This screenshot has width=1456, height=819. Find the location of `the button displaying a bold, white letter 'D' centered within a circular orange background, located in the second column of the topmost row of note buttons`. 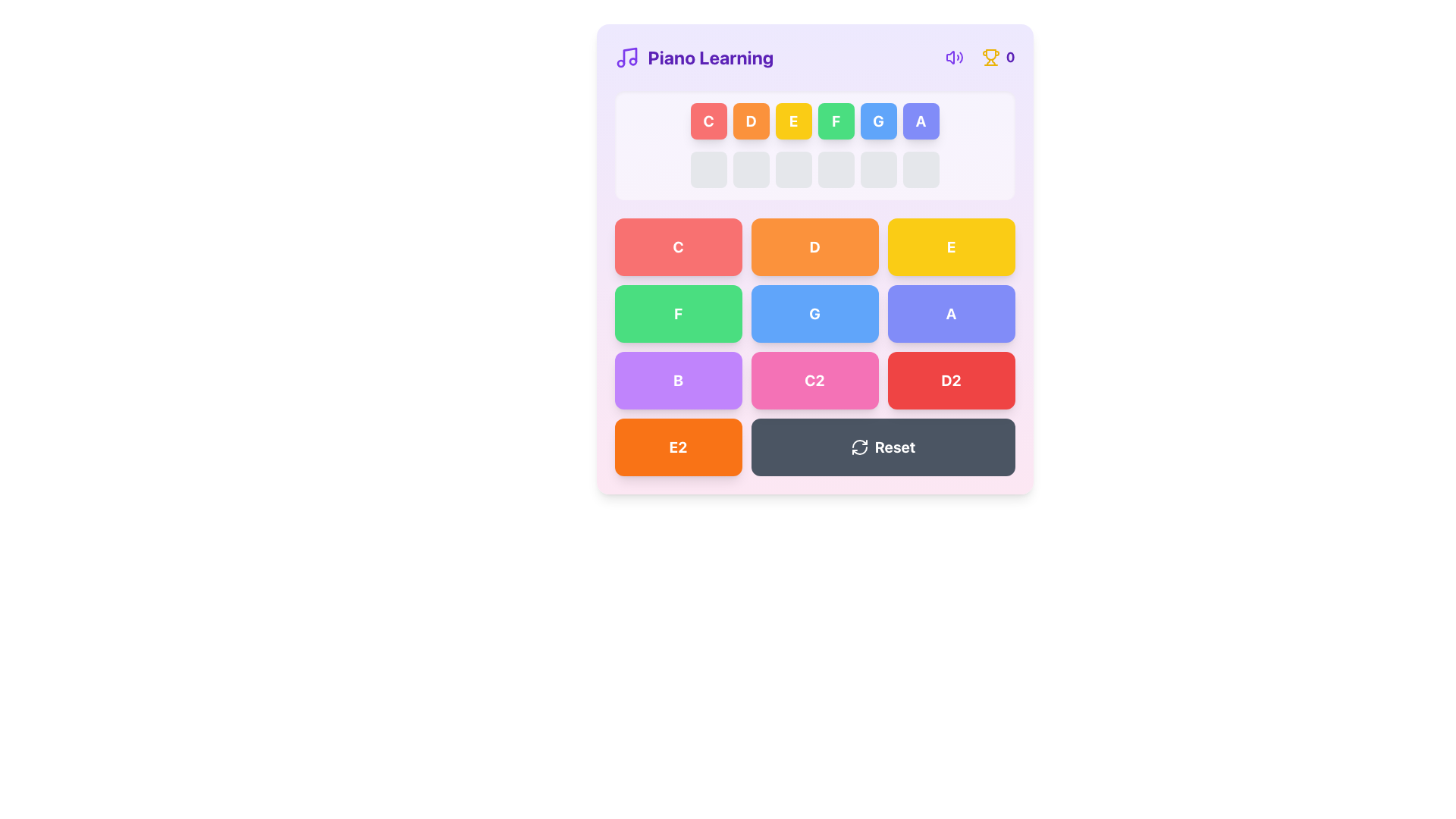

the button displaying a bold, white letter 'D' centered within a circular orange background, located in the second column of the topmost row of note buttons is located at coordinates (751, 120).